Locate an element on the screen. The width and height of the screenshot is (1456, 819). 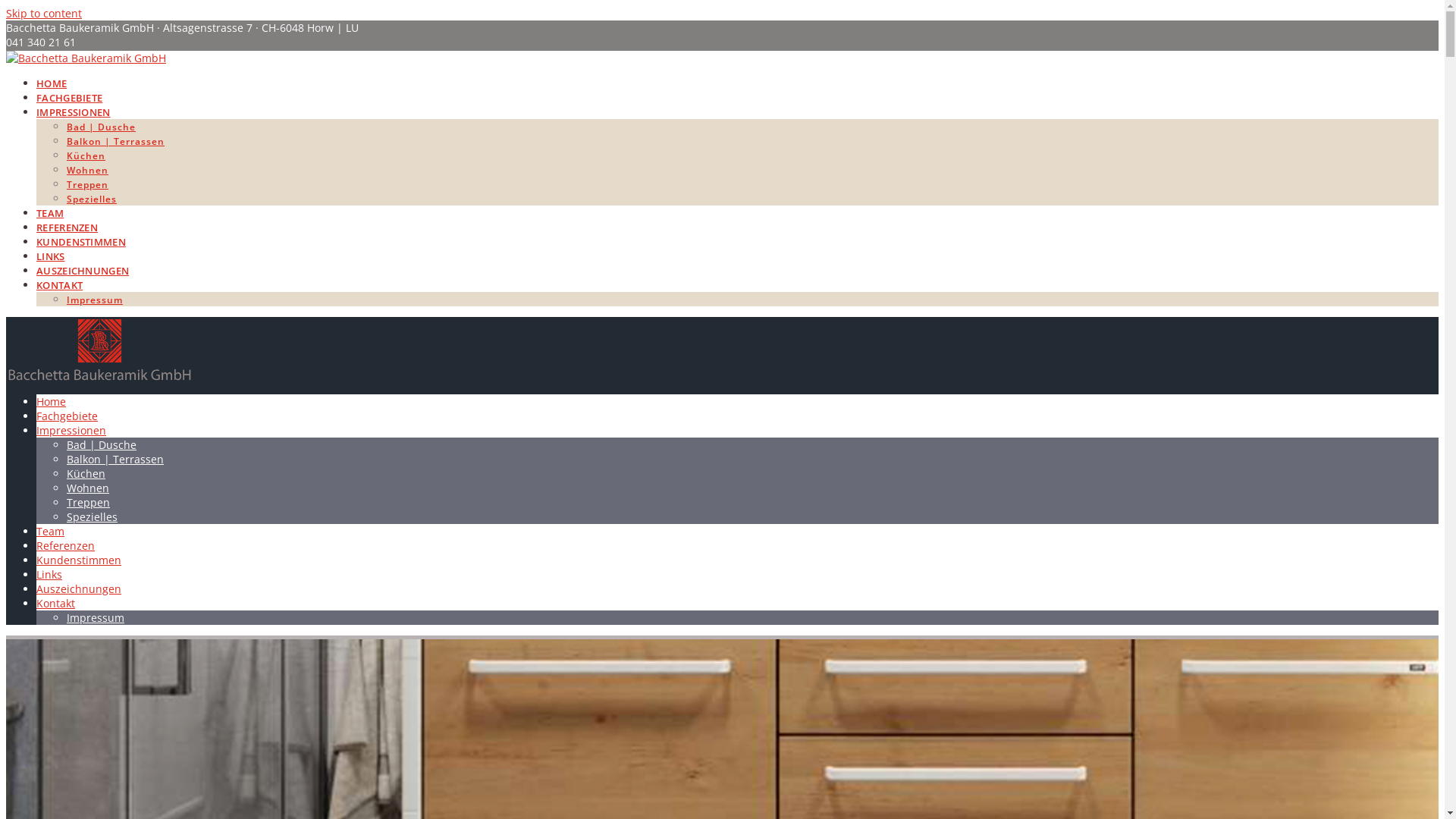
'FACHGEBIETE' is located at coordinates (68, 98).